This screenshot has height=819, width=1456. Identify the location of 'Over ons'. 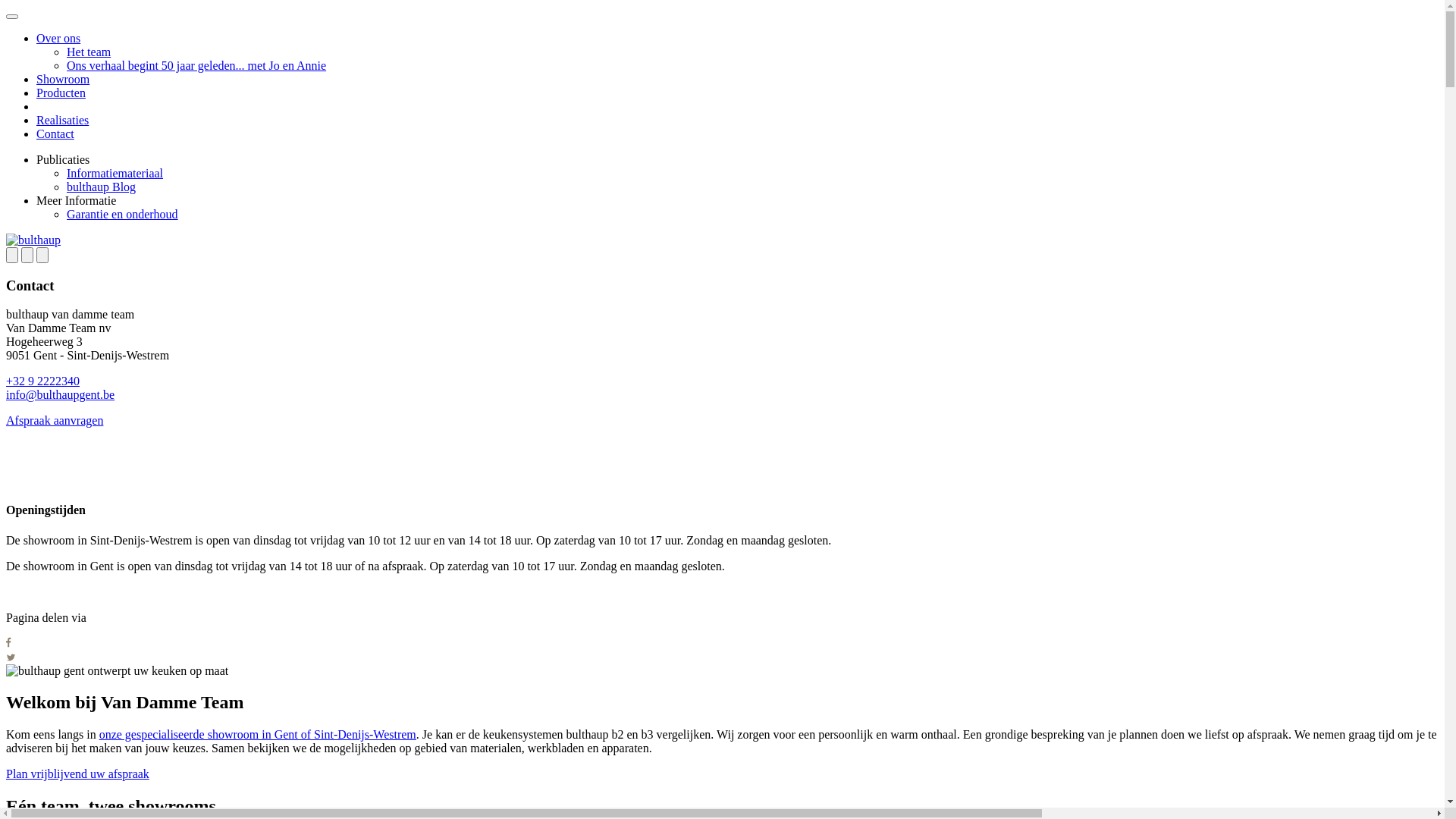
(58, 37).